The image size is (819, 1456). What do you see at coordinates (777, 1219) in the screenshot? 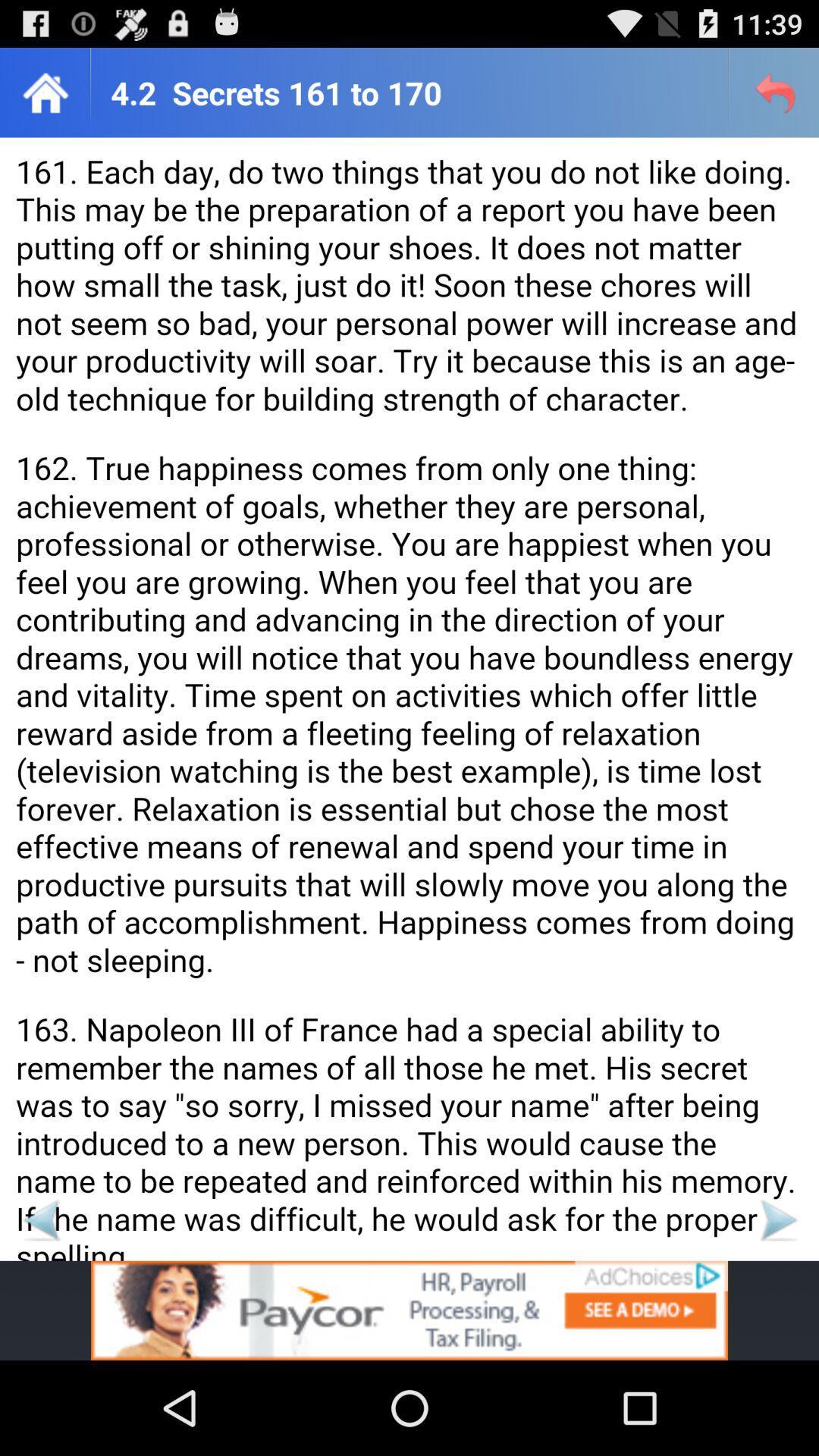
I see `the next` at bounding box center [777, 1219].